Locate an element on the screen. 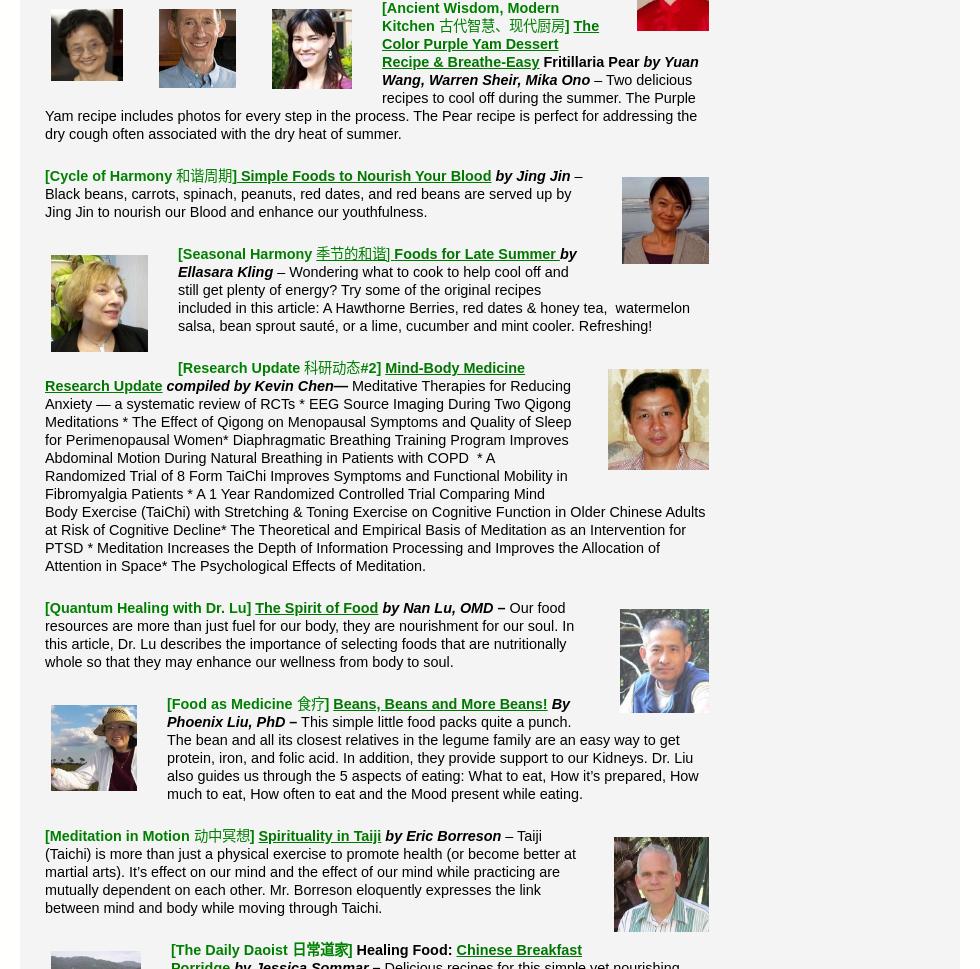 The width and height of the screenshot is (980, 969). 'by Yuan Wang, Warren Sheir, Mika Ono' is located at coordinates (539, 70).